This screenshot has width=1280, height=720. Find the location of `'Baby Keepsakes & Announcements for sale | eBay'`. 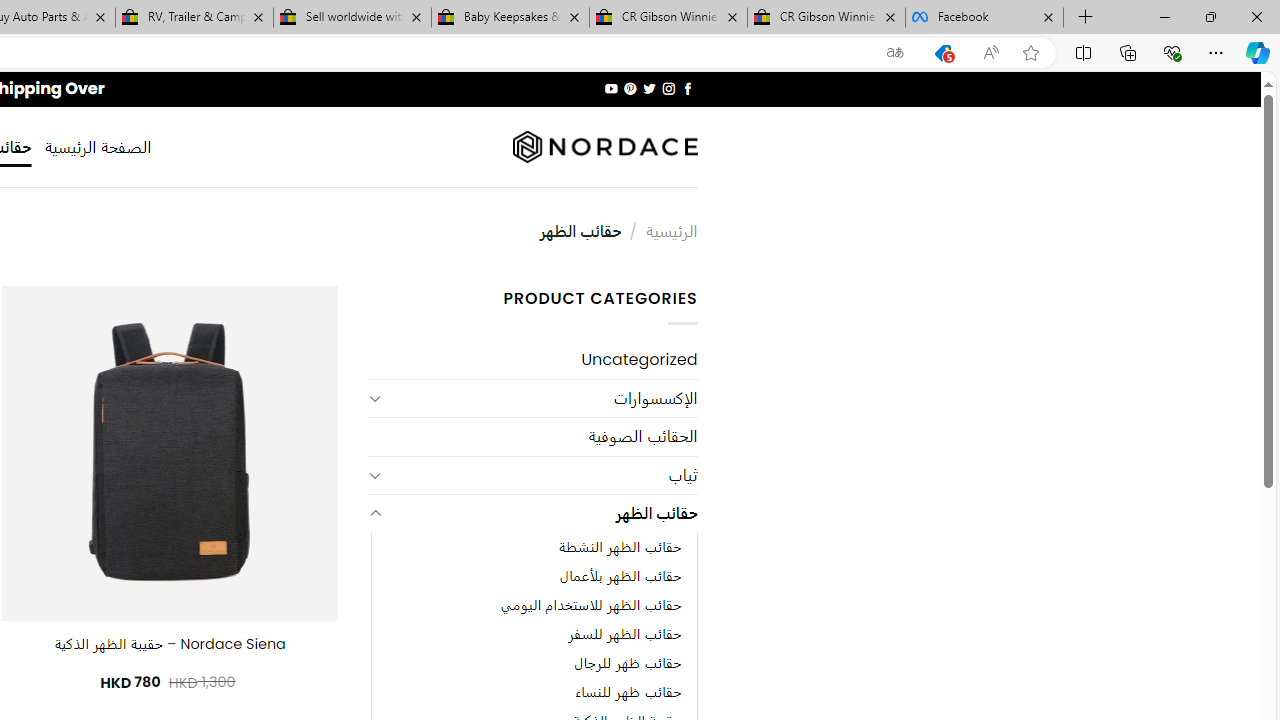

'Baby Keepsakes & Announcements for sale | eBay' is located at coordinates (510, 17).